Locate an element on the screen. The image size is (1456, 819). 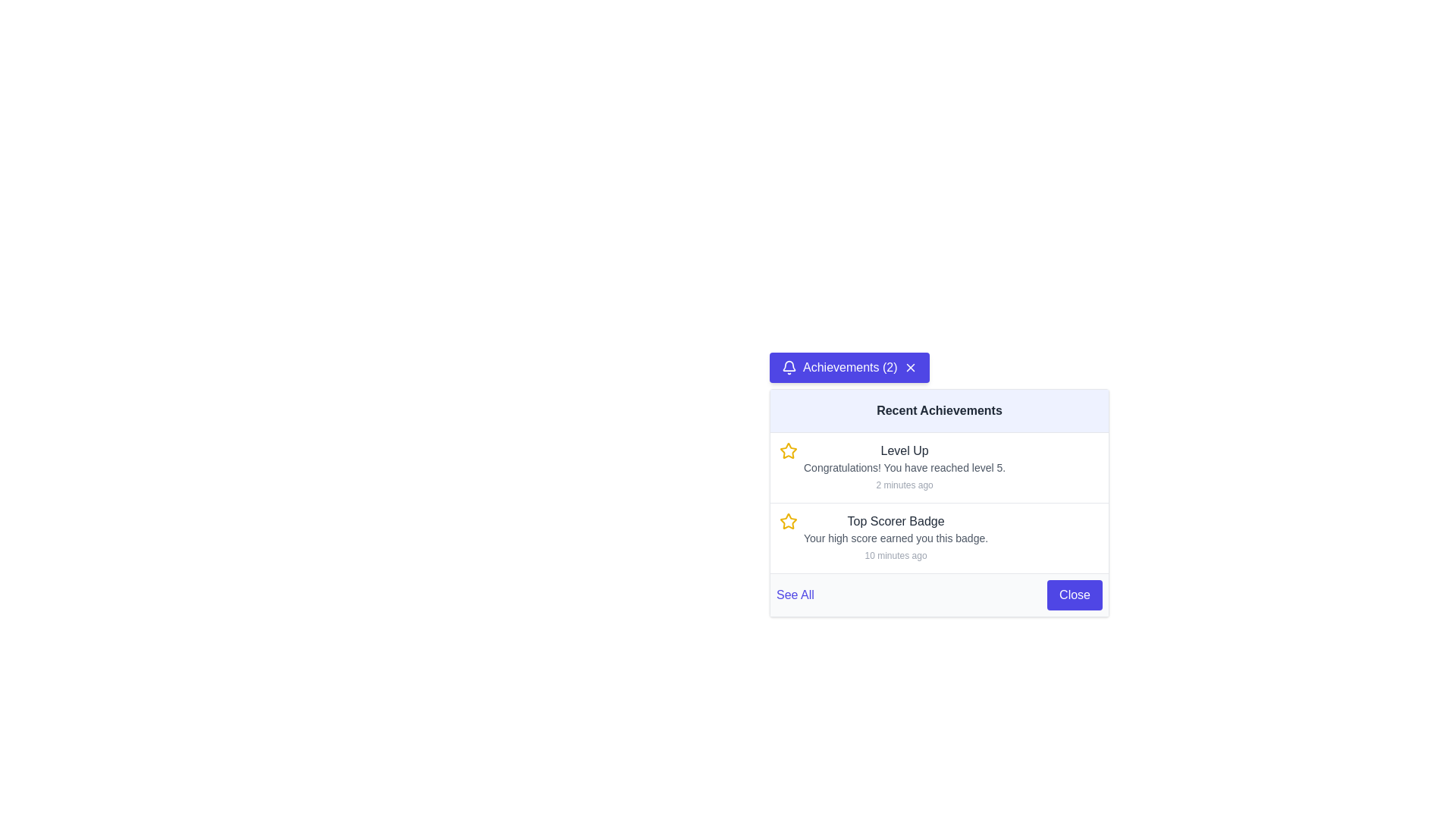
the Notification or Achievement Item labeled 'Top Scorer Badge' which contains a star icon and three lines of text, indicating a recent achievement is located at coordinates (938, 537).